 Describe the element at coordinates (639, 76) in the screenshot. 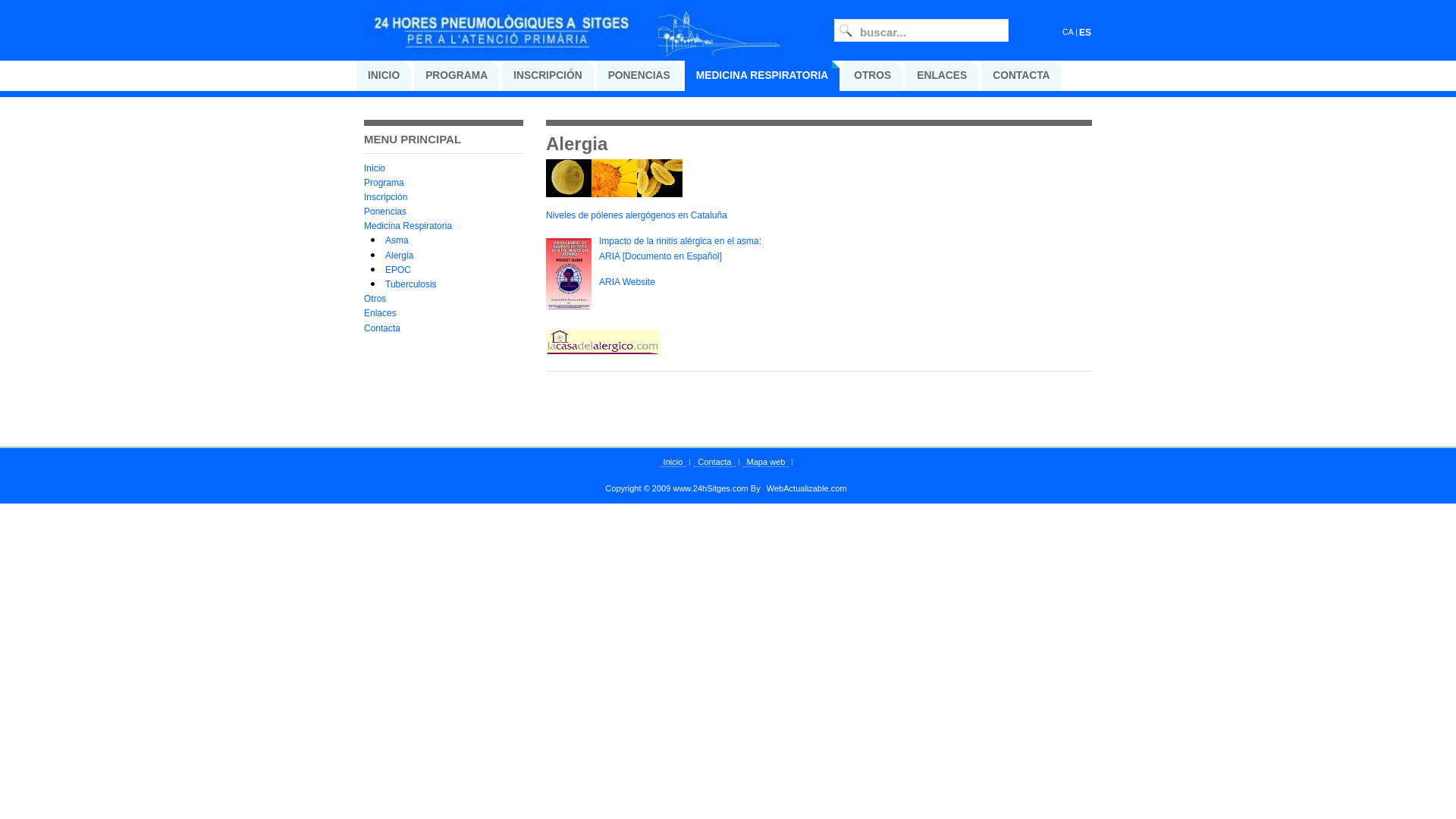

I see `'PONENCIAS'` at that location.